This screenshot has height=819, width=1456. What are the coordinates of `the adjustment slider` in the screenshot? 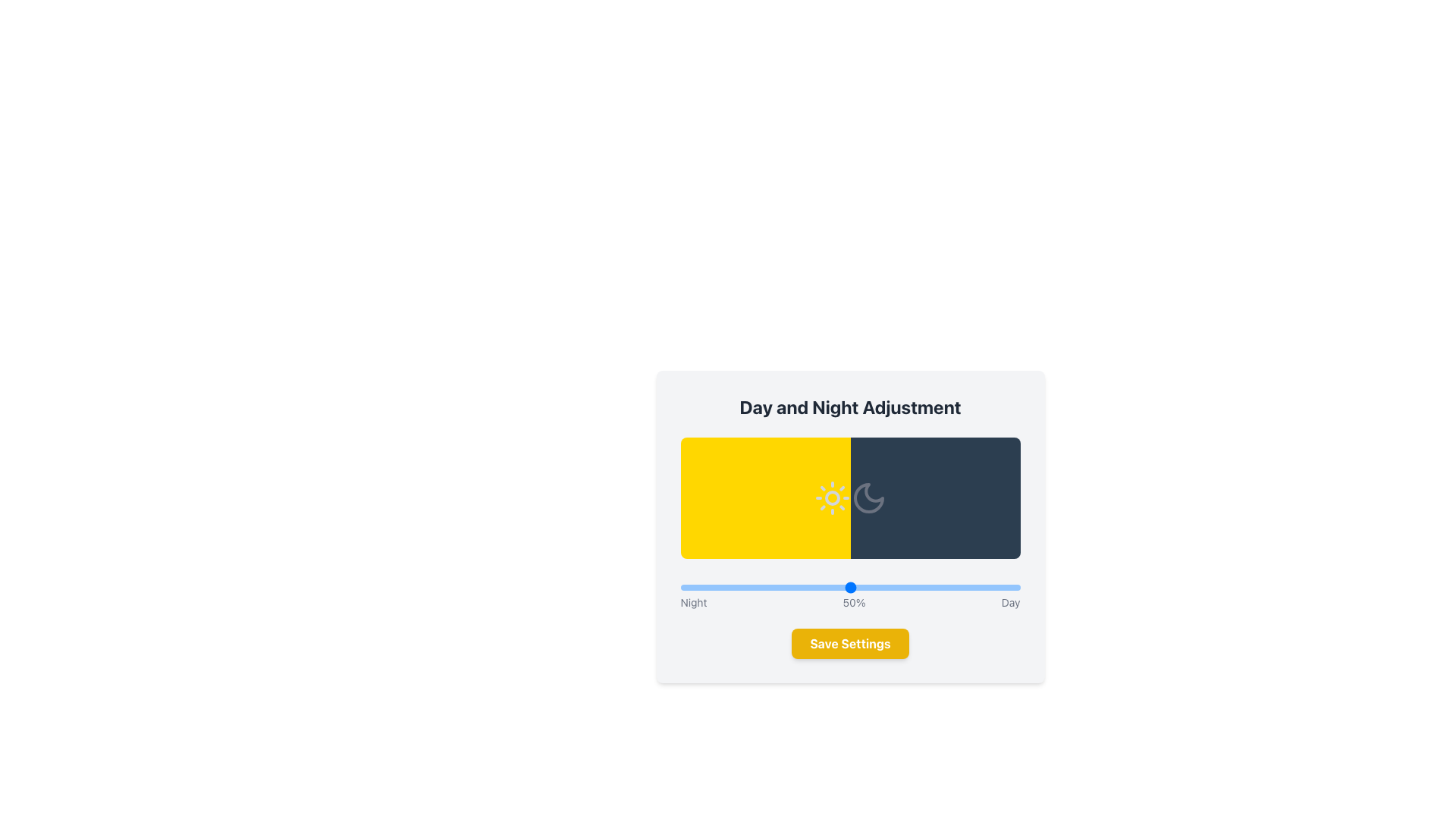 It's located at (1006, 587).